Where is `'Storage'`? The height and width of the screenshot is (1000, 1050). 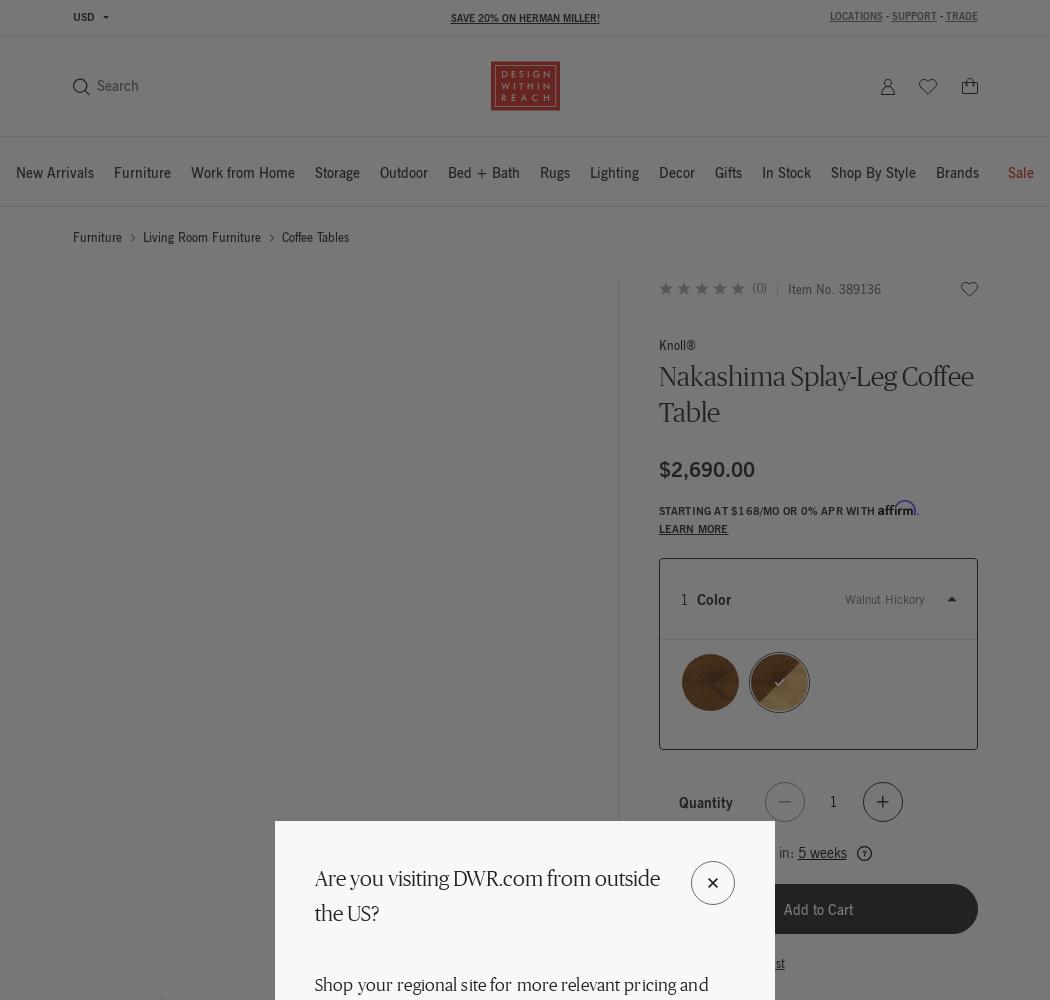
'Storage' is located at coordinates (315, 172).